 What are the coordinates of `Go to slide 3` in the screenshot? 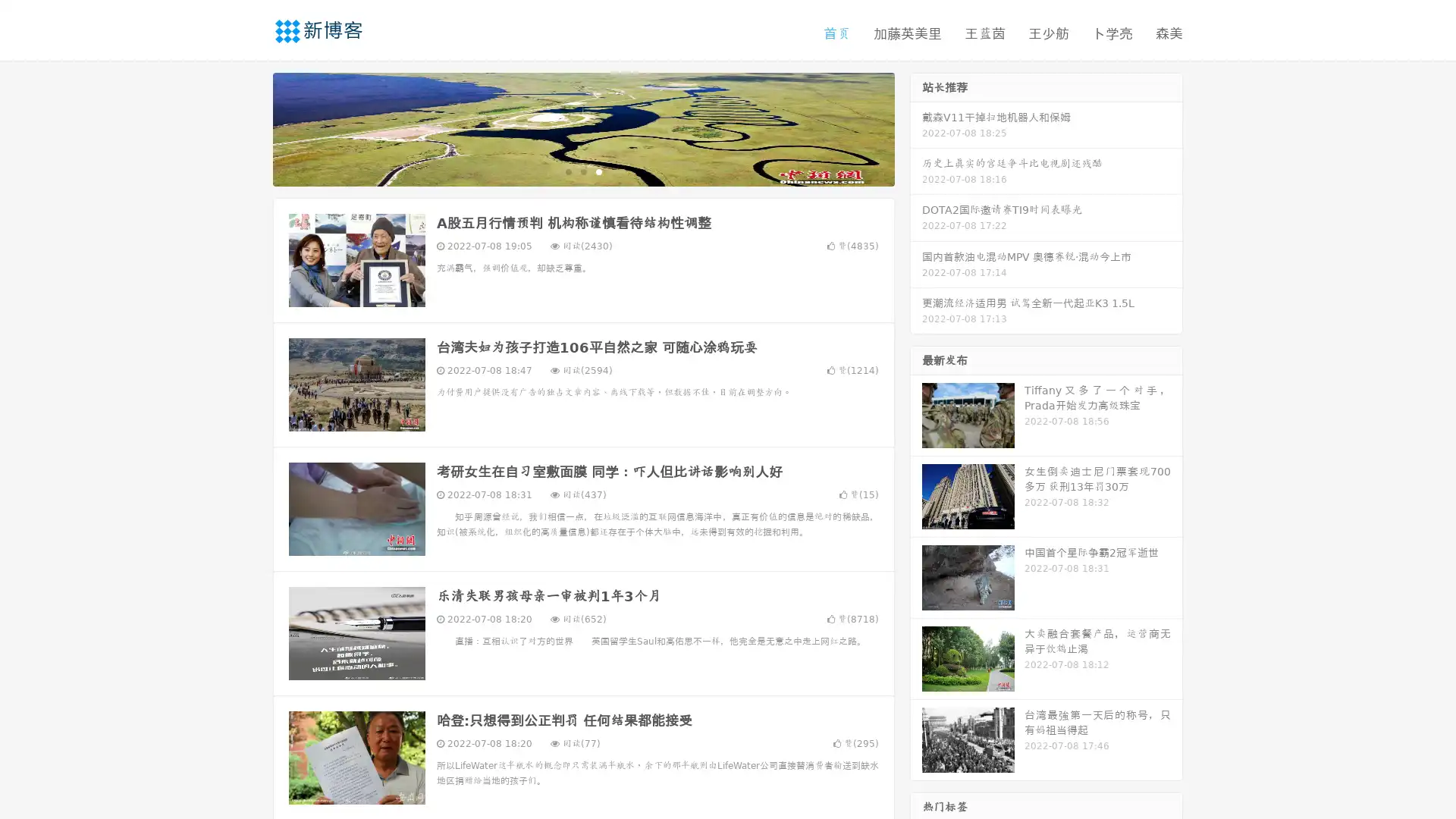 It's located at (598, 171).